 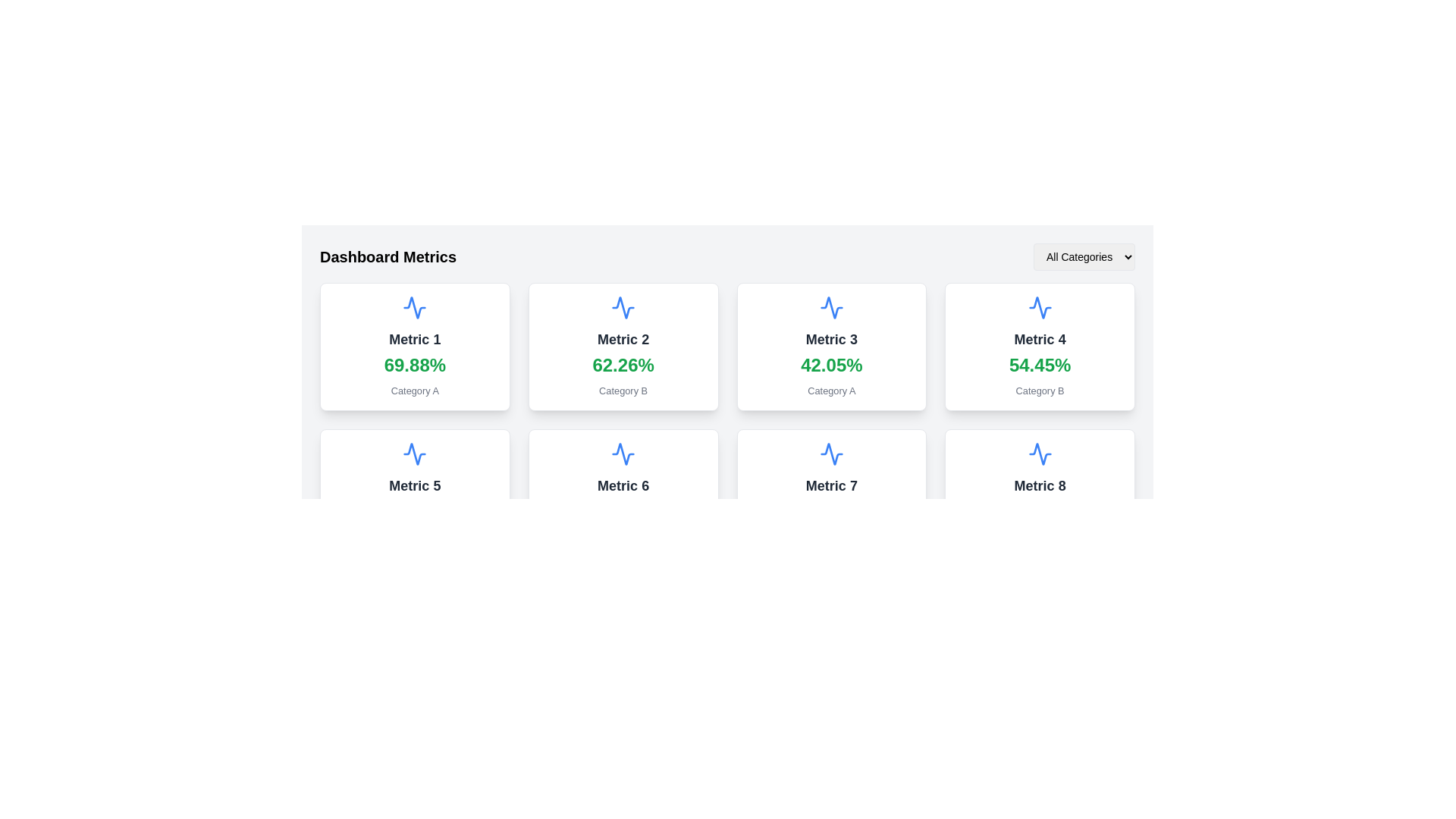 What do you see at coordinates (1039, 390) in the screenshot?
I see `the text label displaying 'Category B', which is styled in muted gray and positioned directly below the numerical metric '54.45%' associated with 'Metric 4'` at bounding box center [1039, 390].